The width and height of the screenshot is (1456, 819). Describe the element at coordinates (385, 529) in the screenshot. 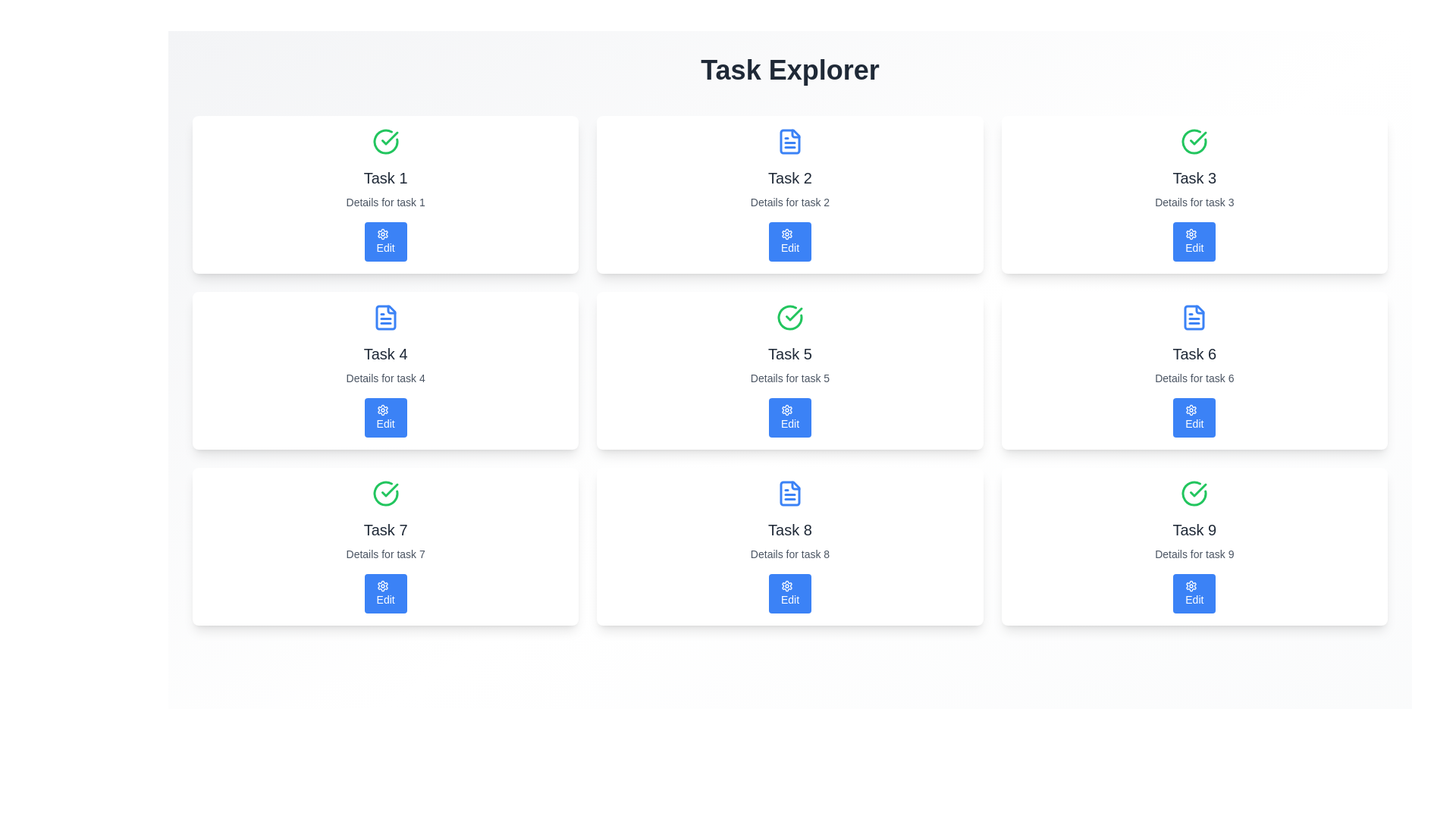

I see `the 'Task 7' text label located in the 'Task Explorer' interface, which is styled in bold and large font, situated in the third row and first column of the grid layout` at that location.